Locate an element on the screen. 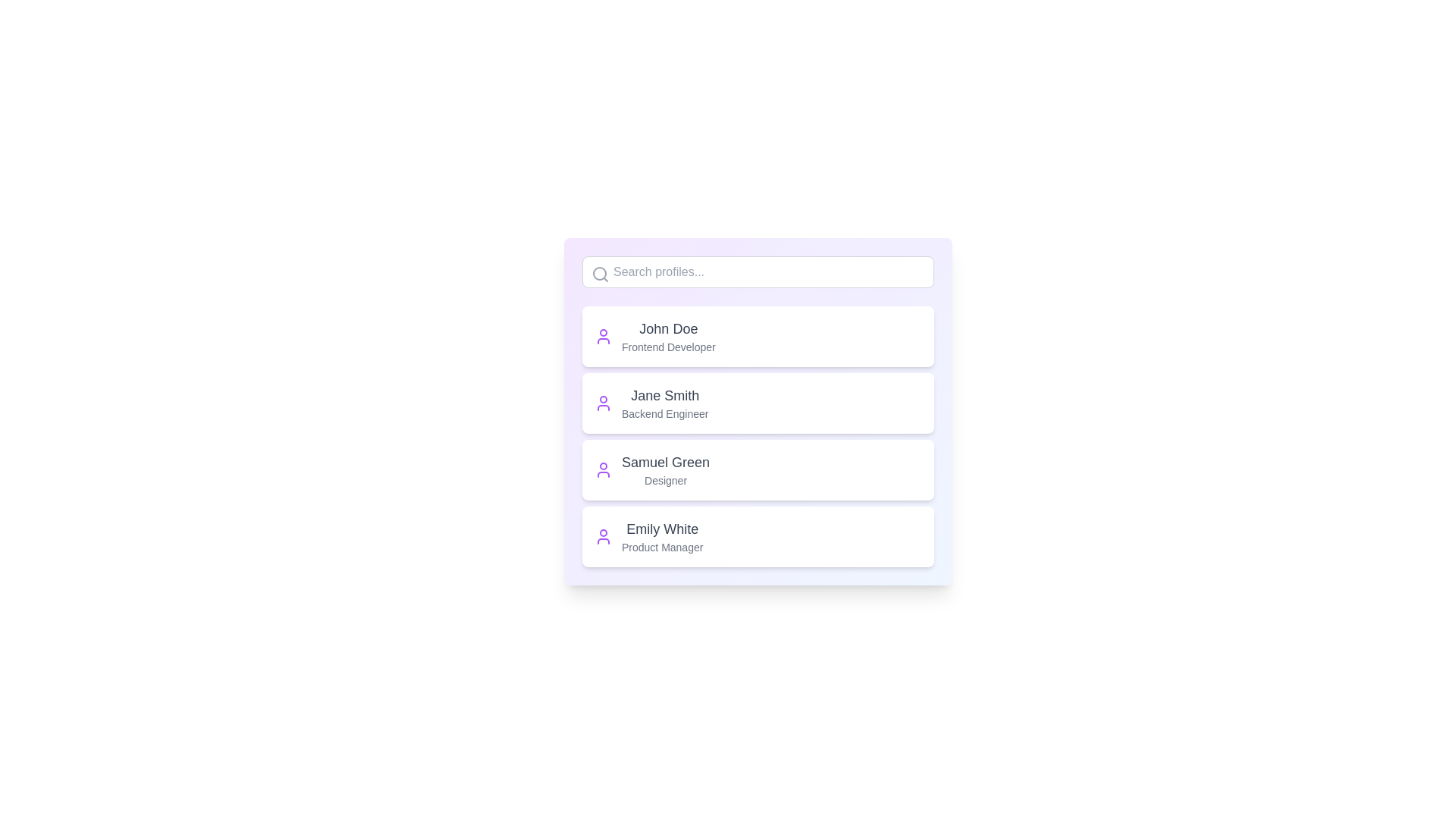  the purple outlined user icon representing 'Samuel Green', which is located in the third visible list item of user profiles, positioned to the left of the text 'Samuel Green' and 'Designer' is located at coordinates (603, 469).